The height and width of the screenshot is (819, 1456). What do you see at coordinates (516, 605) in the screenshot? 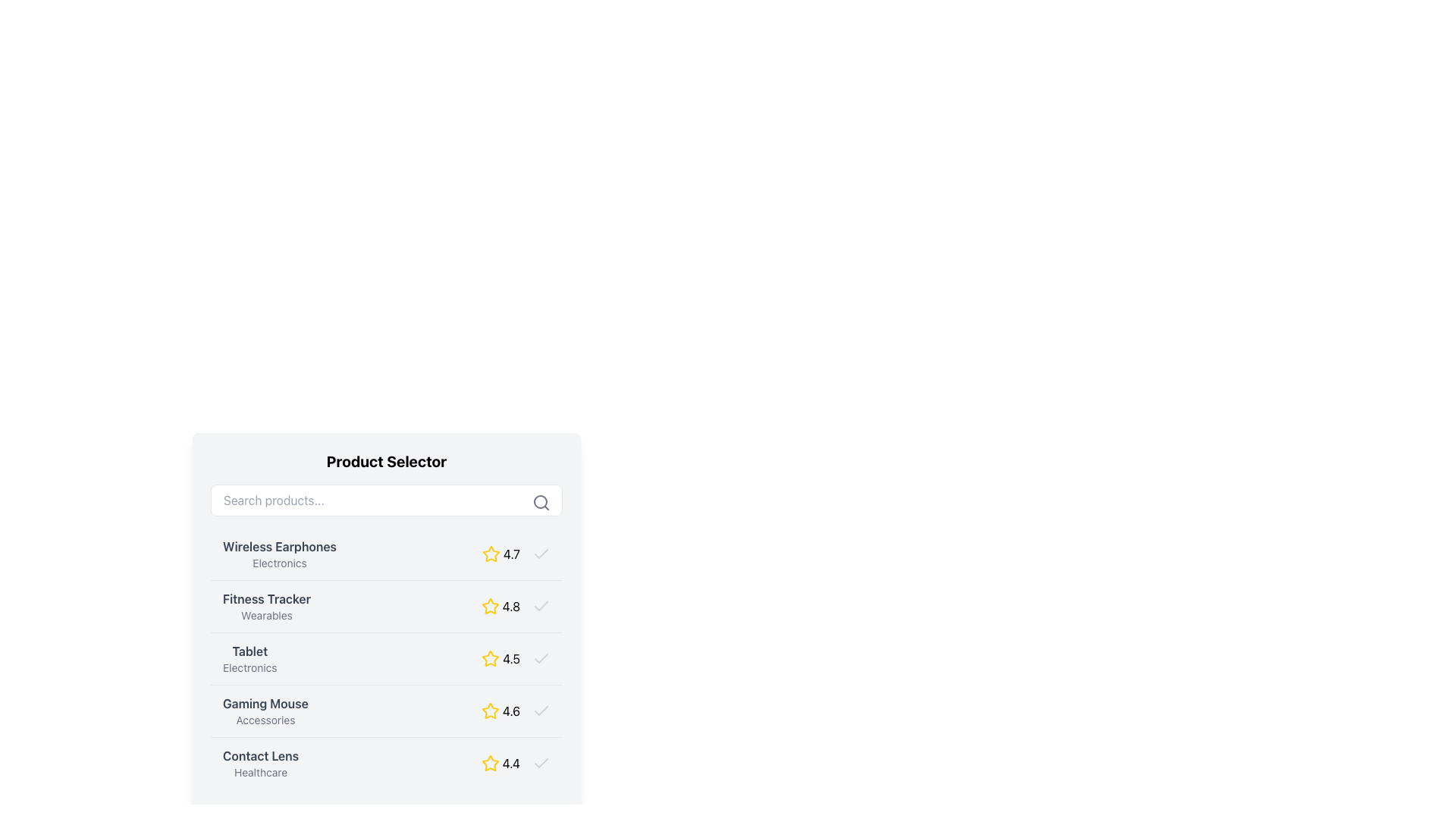
I see `the Rating Indicator displaying the rating for 'Fitness Tracker' located to the right of its text in the list interface` at bounding box center [516, 605].